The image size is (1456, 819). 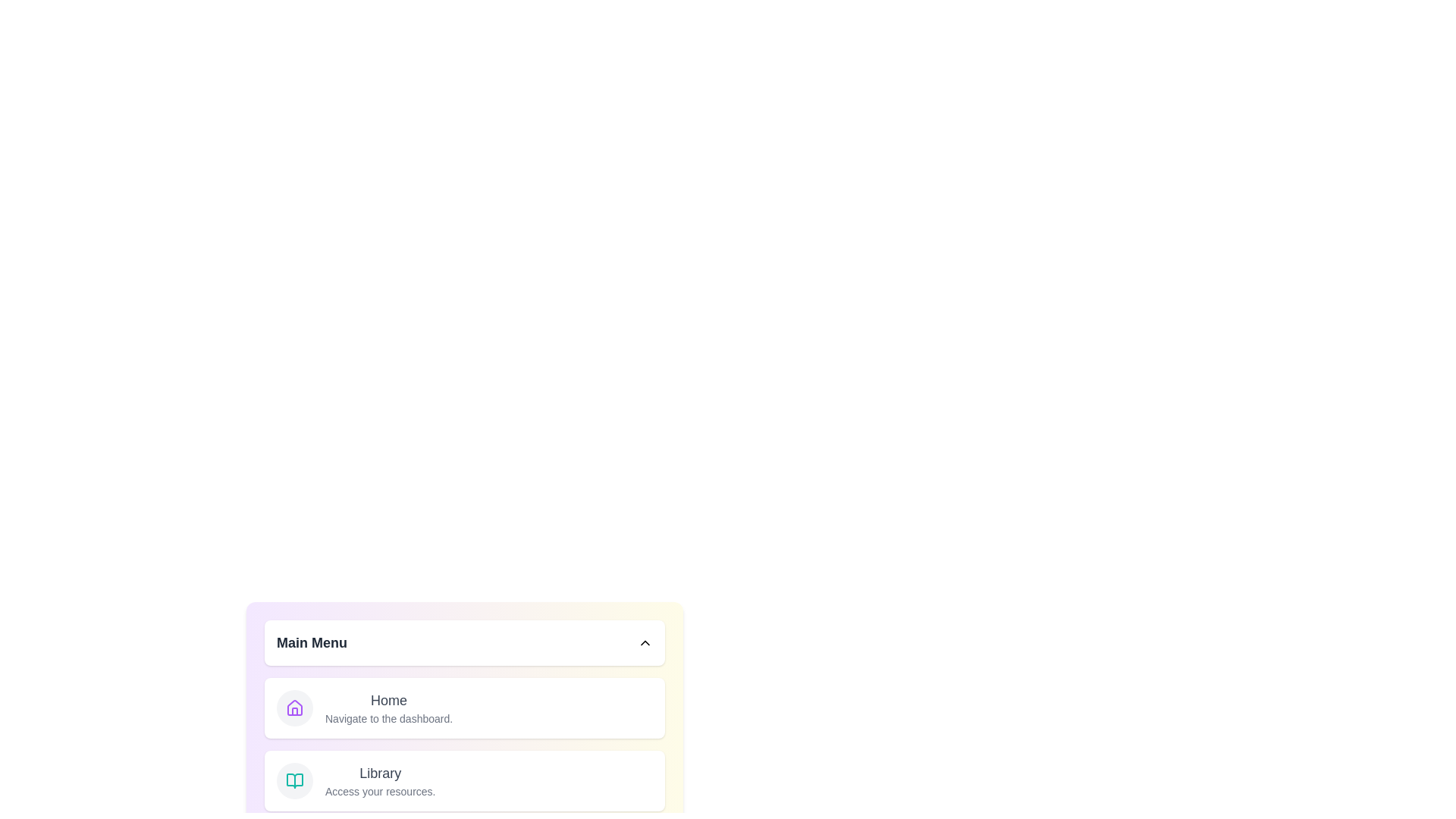 What do you see at coordinates (294, 708) in the screenshot?
I see `the menu item labeled Home` at bounding box center [294, 708].